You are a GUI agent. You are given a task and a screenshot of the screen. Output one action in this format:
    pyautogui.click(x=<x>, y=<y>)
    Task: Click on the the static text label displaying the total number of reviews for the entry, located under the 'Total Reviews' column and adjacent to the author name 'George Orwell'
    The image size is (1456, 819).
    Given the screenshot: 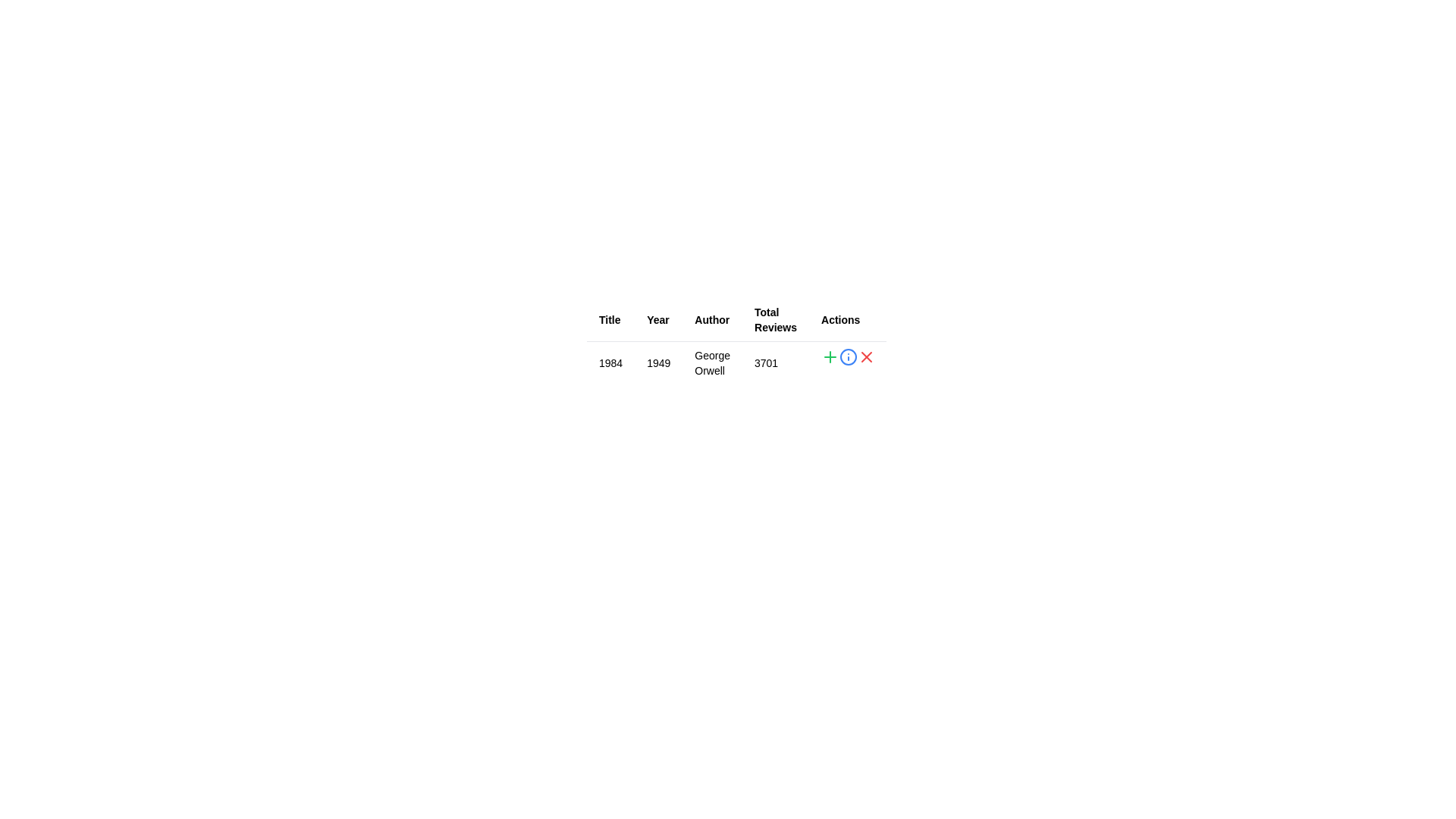 What is the action you would take?
    pyautogui.click(x=775, y=362)
    